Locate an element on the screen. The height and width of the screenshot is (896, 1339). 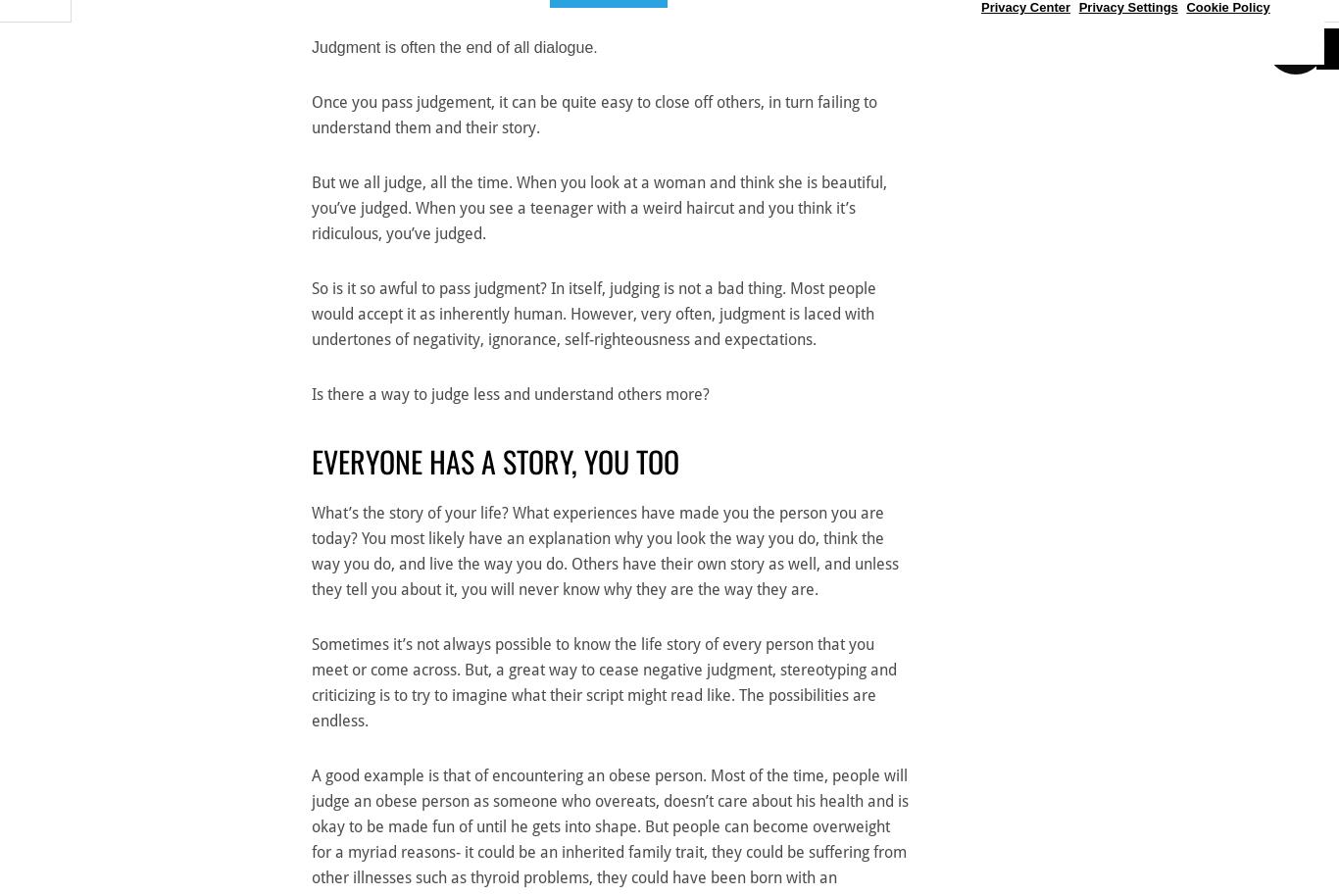
'What’s the story of your life? What experiences have made you the person you are today? You most likely have an explanation why you look the way you do, think the way you do, and live the way you do. Others have their own story as well, and unless they tell you about it, you will never know why they are the way they are.' is located at coordinates (604, 551).